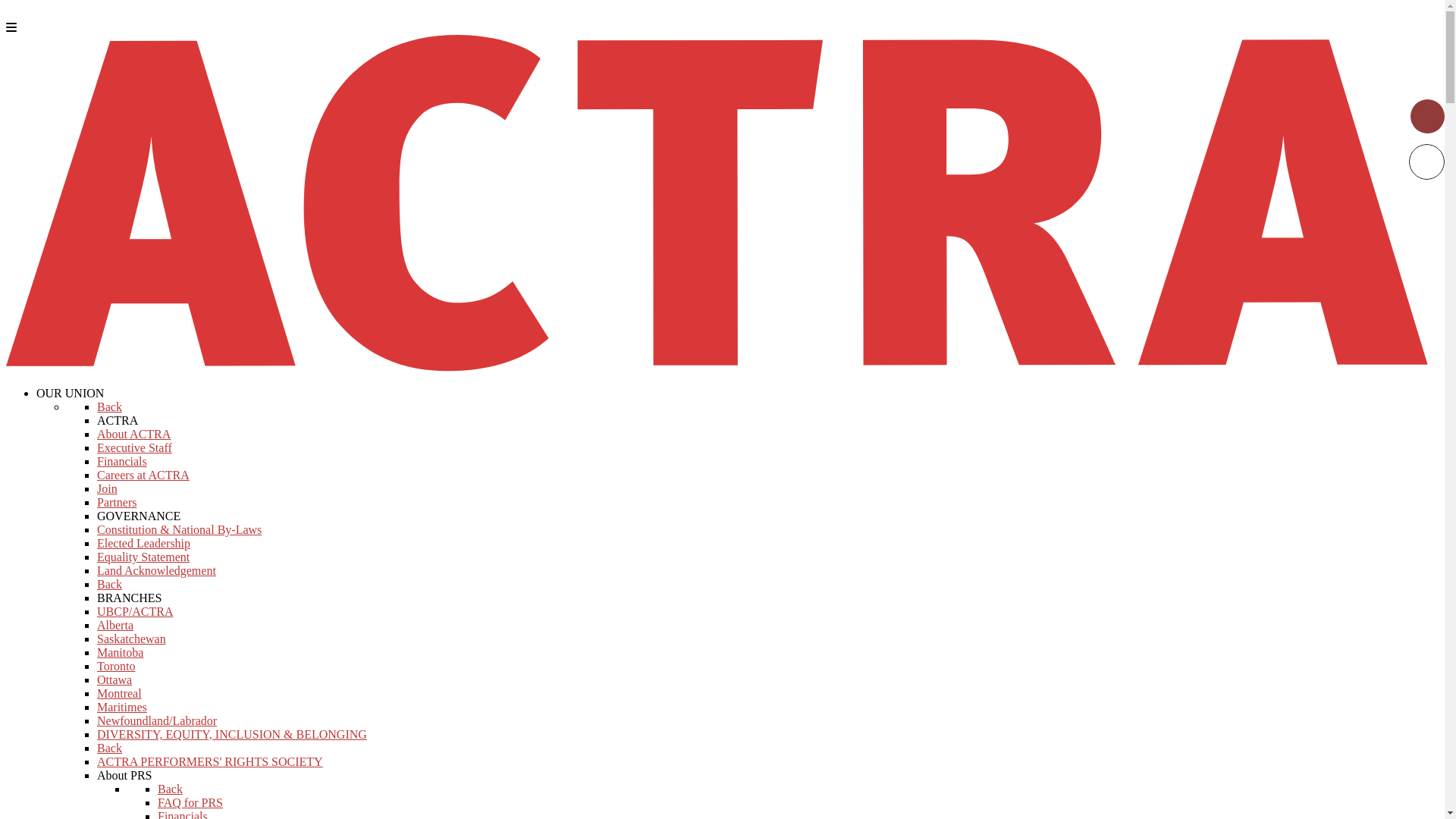 The width and height of the screenshot is (1456, 819). I want to click on 'Manitoba', so click(96, 651).